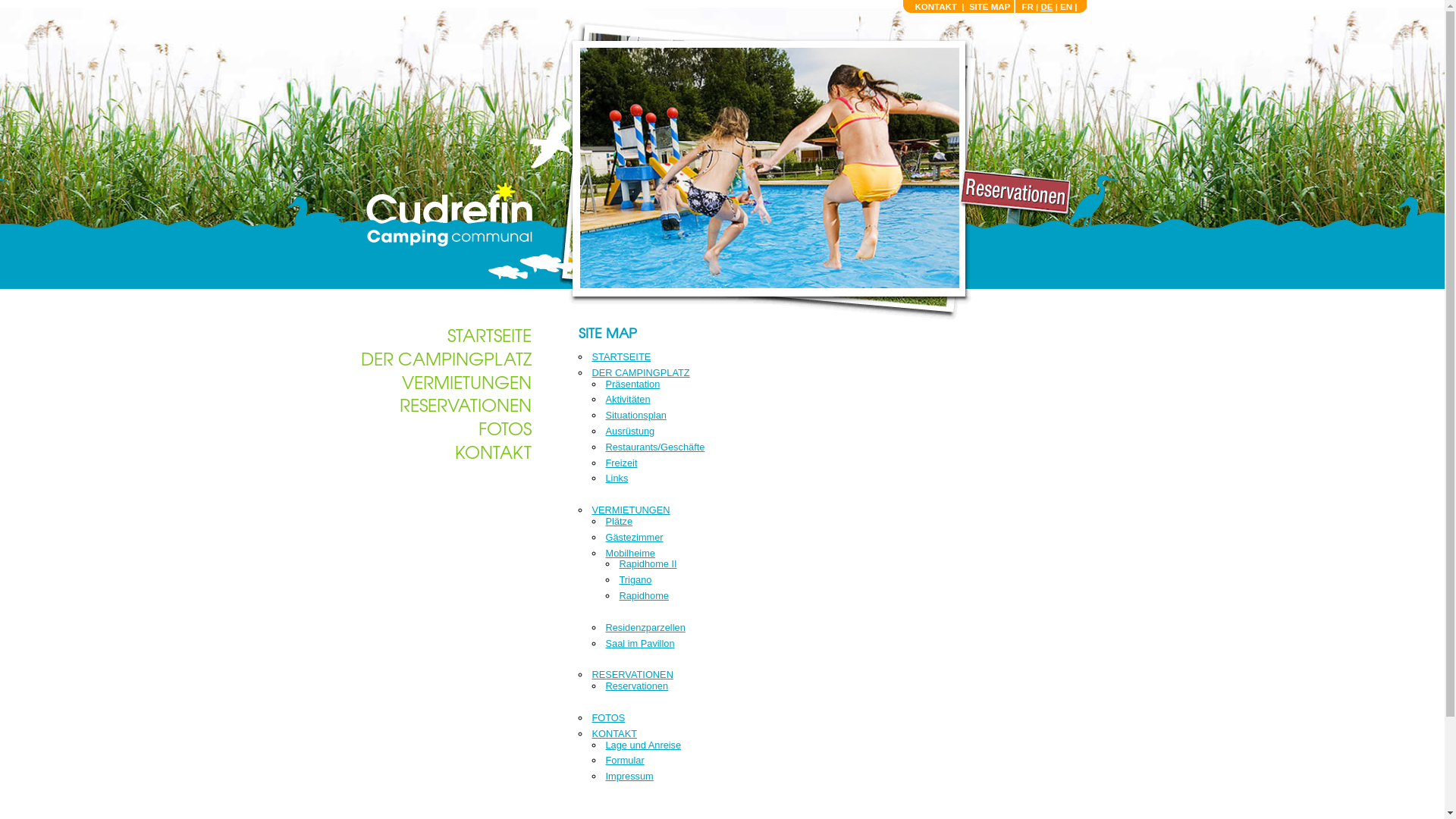 Image resolution: width=1456 pixels, height=819 pixels. Describe the element at coordinates (629, 553) in the screenshot. I see `'Mobilheime'` at that location.